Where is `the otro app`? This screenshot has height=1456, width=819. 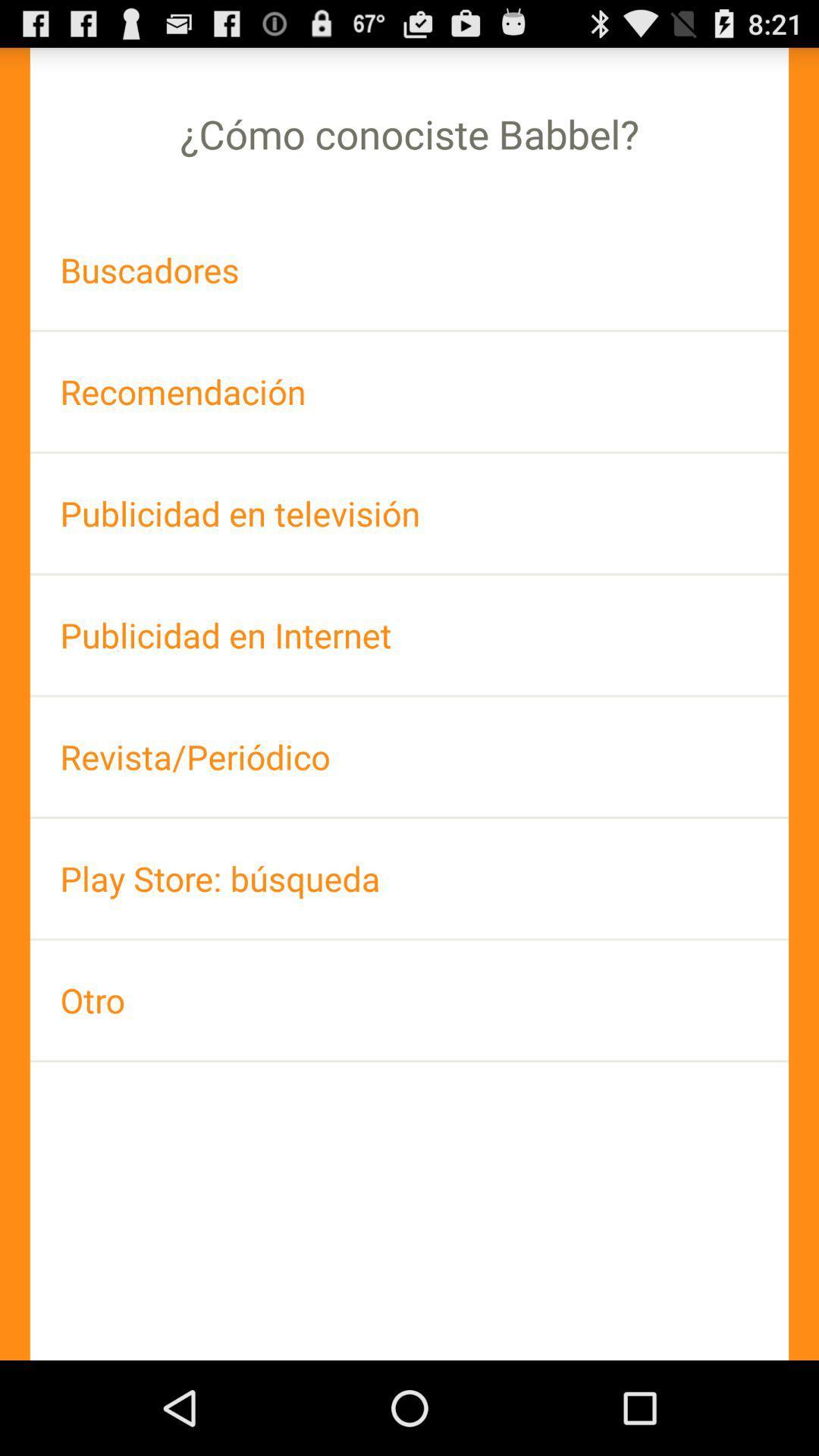
the otro app is located at coordinates (409, 1000).